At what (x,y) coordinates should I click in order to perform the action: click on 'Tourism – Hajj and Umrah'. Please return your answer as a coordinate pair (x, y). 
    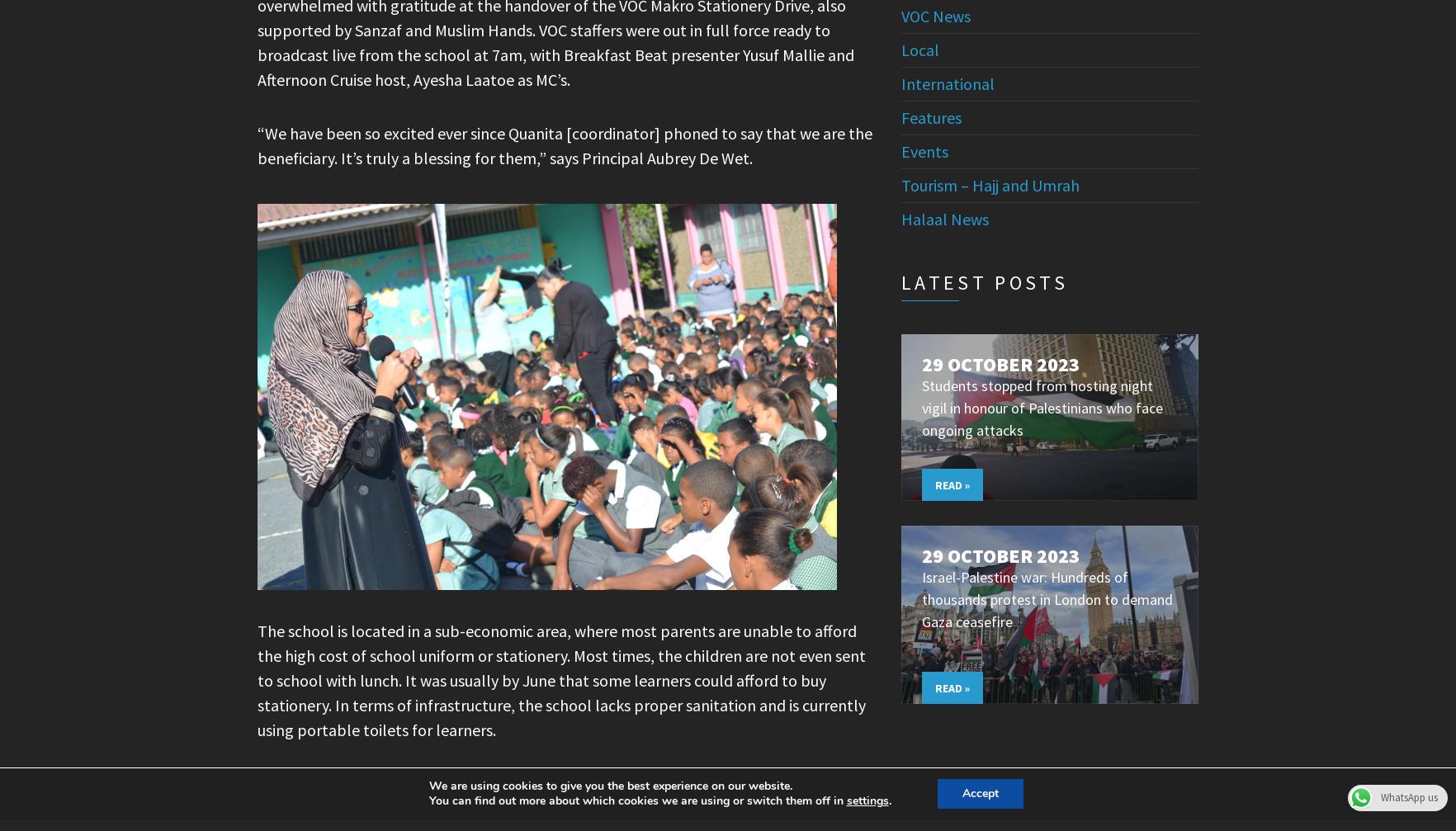
    Looking at the image, I should click on (990, 184).